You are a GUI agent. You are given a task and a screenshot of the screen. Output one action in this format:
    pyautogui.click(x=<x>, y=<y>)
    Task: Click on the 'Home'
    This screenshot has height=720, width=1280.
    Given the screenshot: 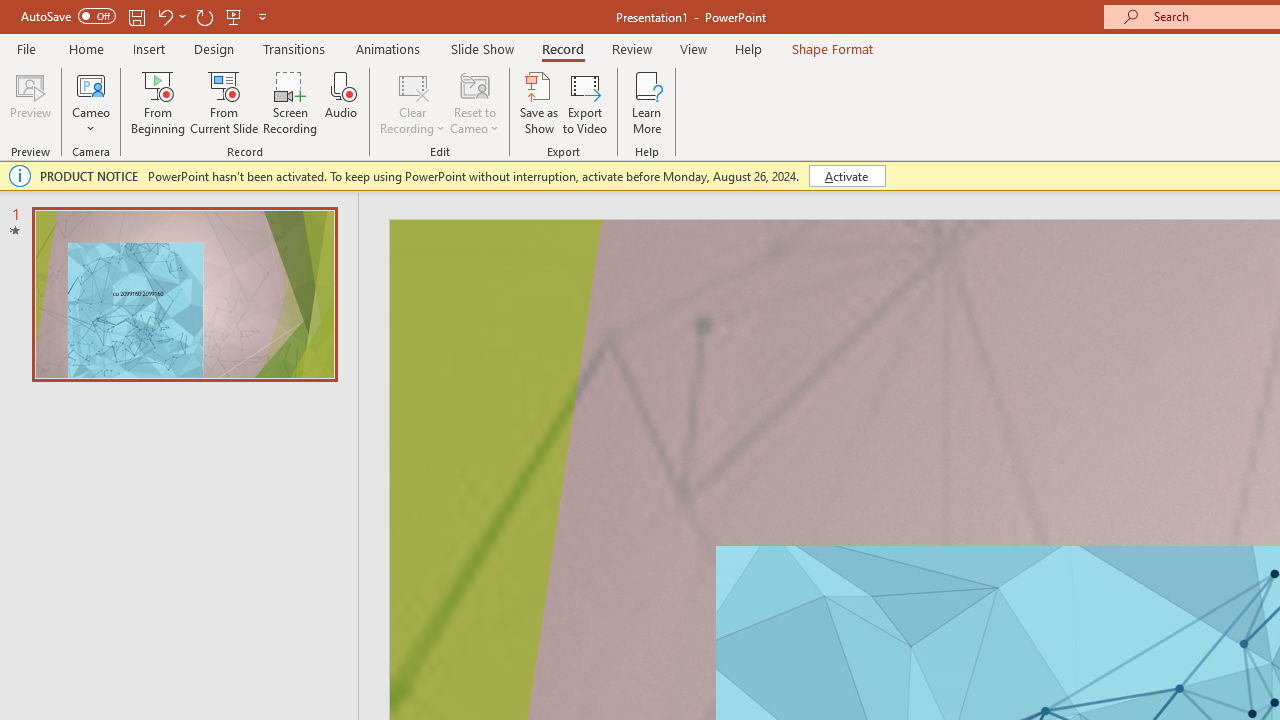 What is the action you would take?
    pyautogui.click(x=85, y=48)
    